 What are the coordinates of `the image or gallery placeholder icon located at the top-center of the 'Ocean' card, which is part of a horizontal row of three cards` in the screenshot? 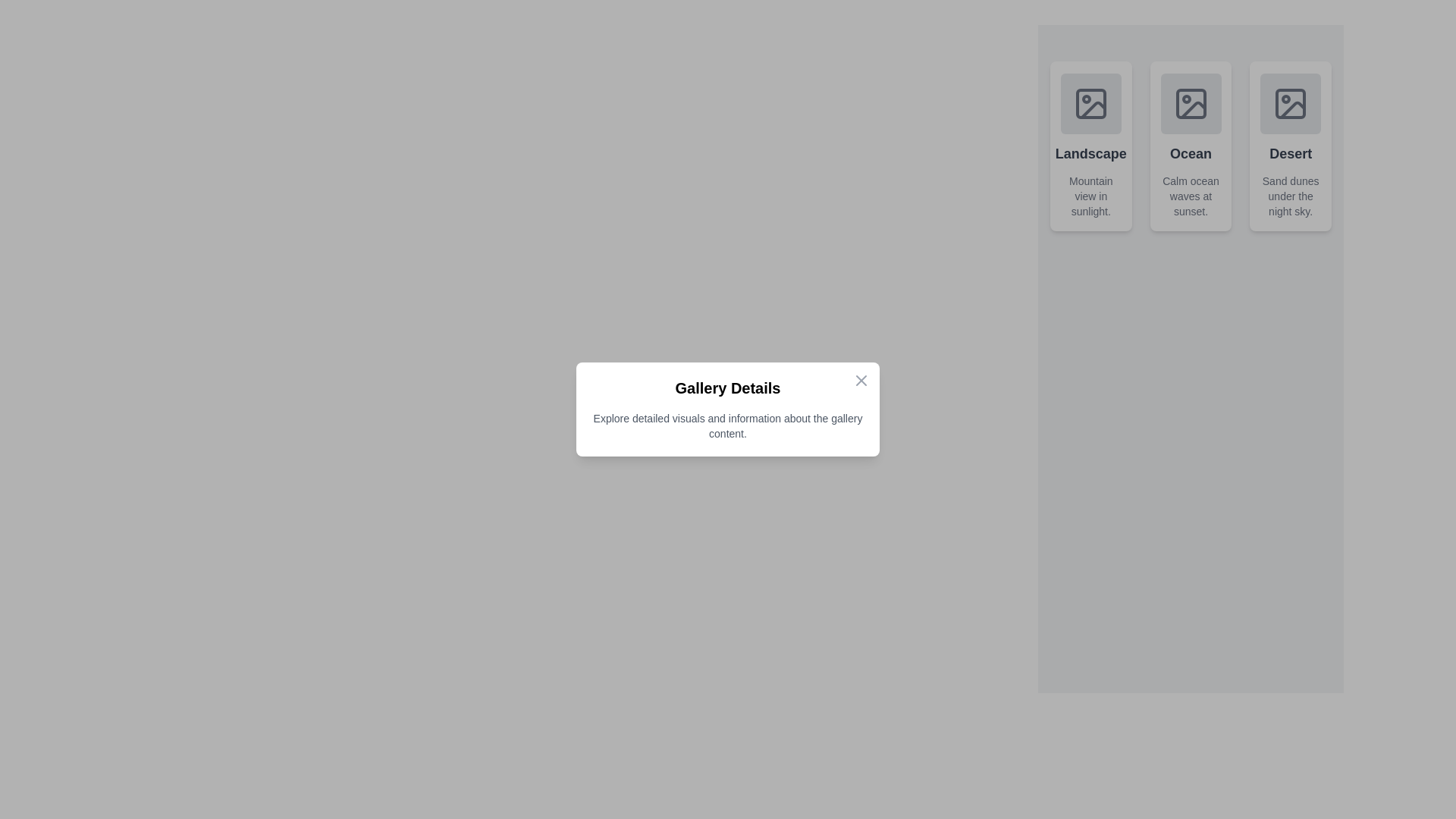 It's located at (1190, 103).